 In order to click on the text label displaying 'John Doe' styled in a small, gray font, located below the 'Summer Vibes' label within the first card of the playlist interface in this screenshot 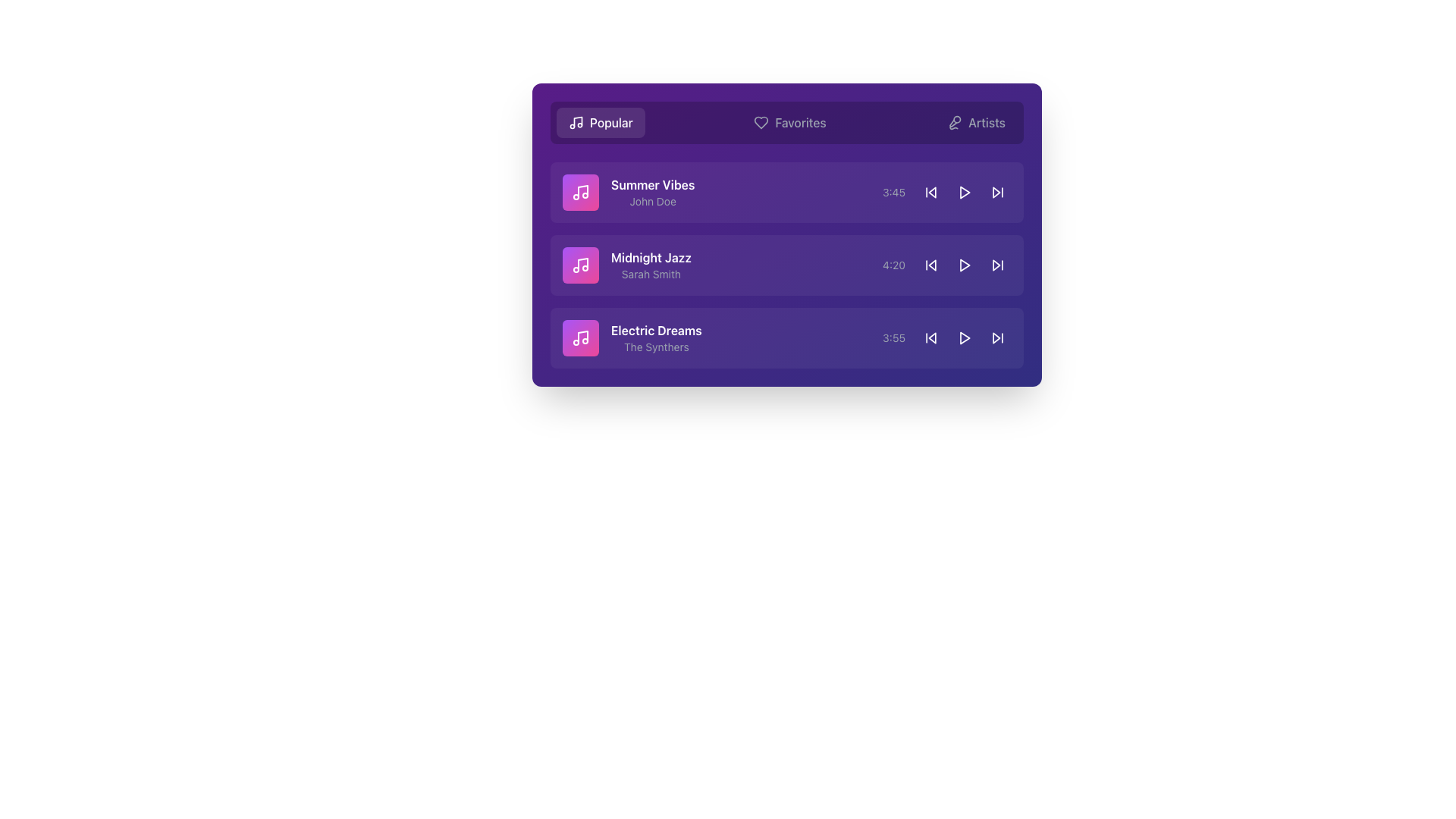, I will do `click(653, 201)`.